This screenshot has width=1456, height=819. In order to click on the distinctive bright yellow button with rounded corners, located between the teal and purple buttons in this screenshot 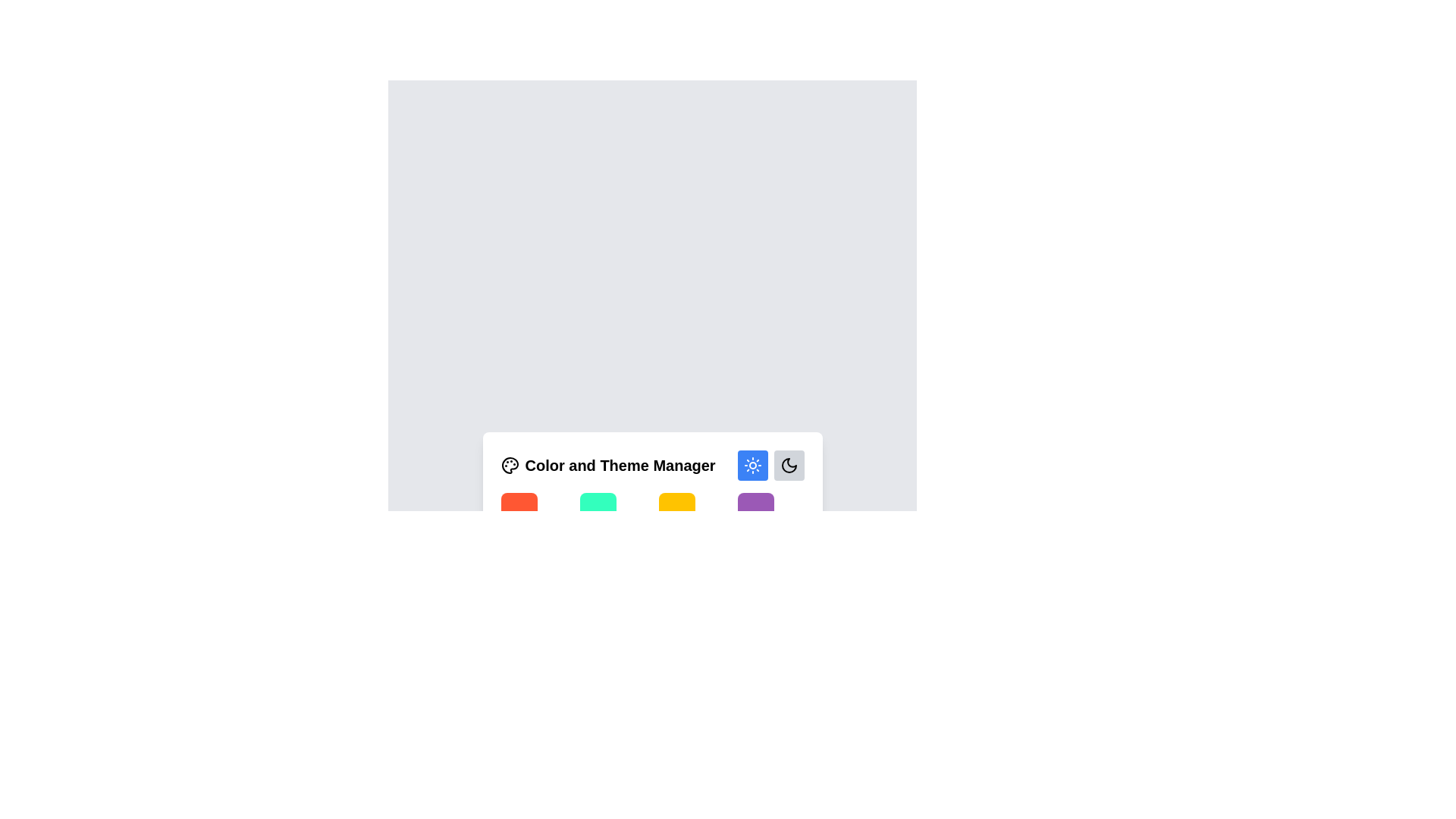, I will do `click(676, 511)`.